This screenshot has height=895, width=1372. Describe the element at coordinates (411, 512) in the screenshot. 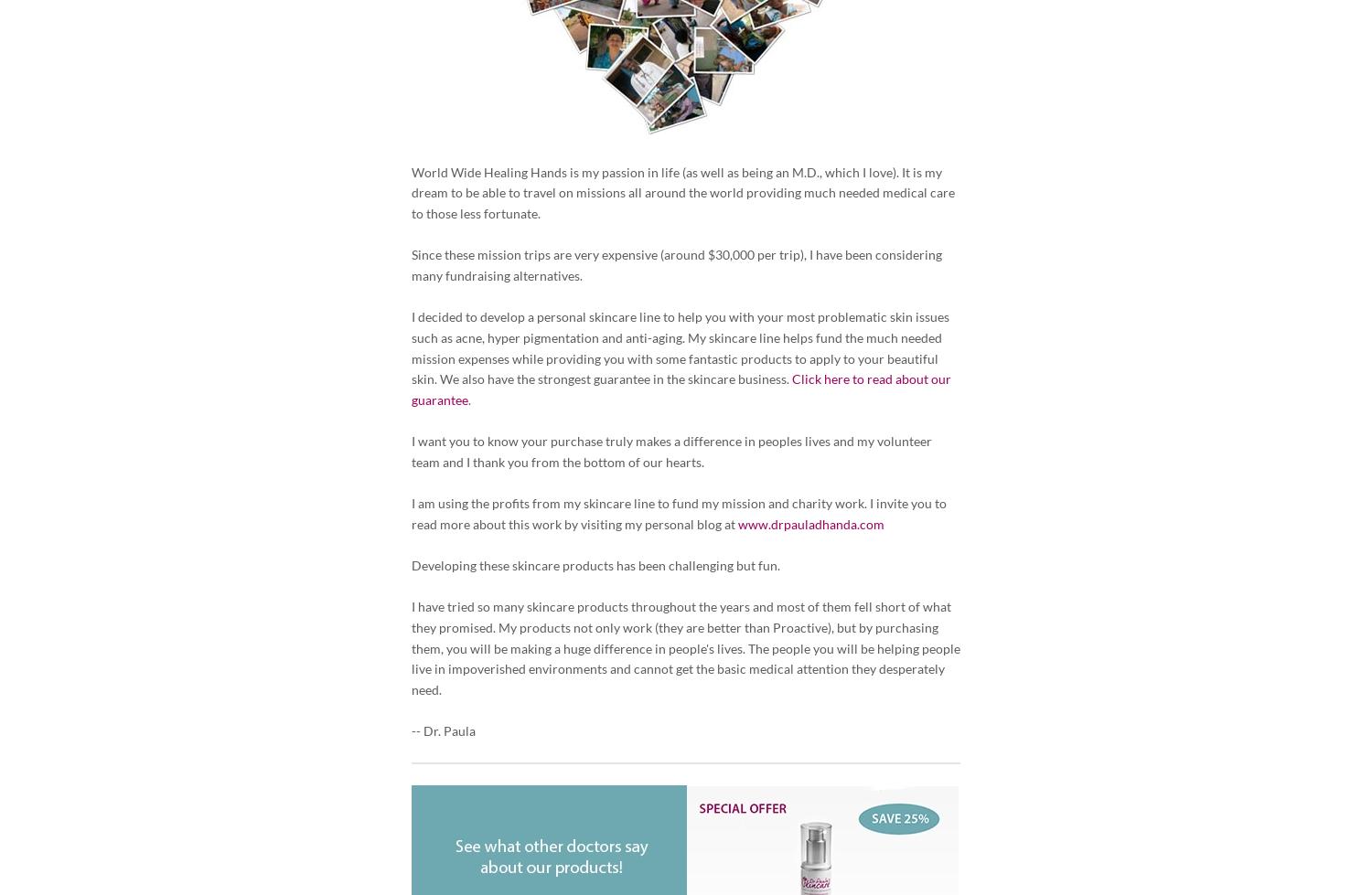

I see `'I am using the profits from my skincare line to fund my mission and charity work. I invite you to read more about this work by visiting my personal blog at'` at that location.